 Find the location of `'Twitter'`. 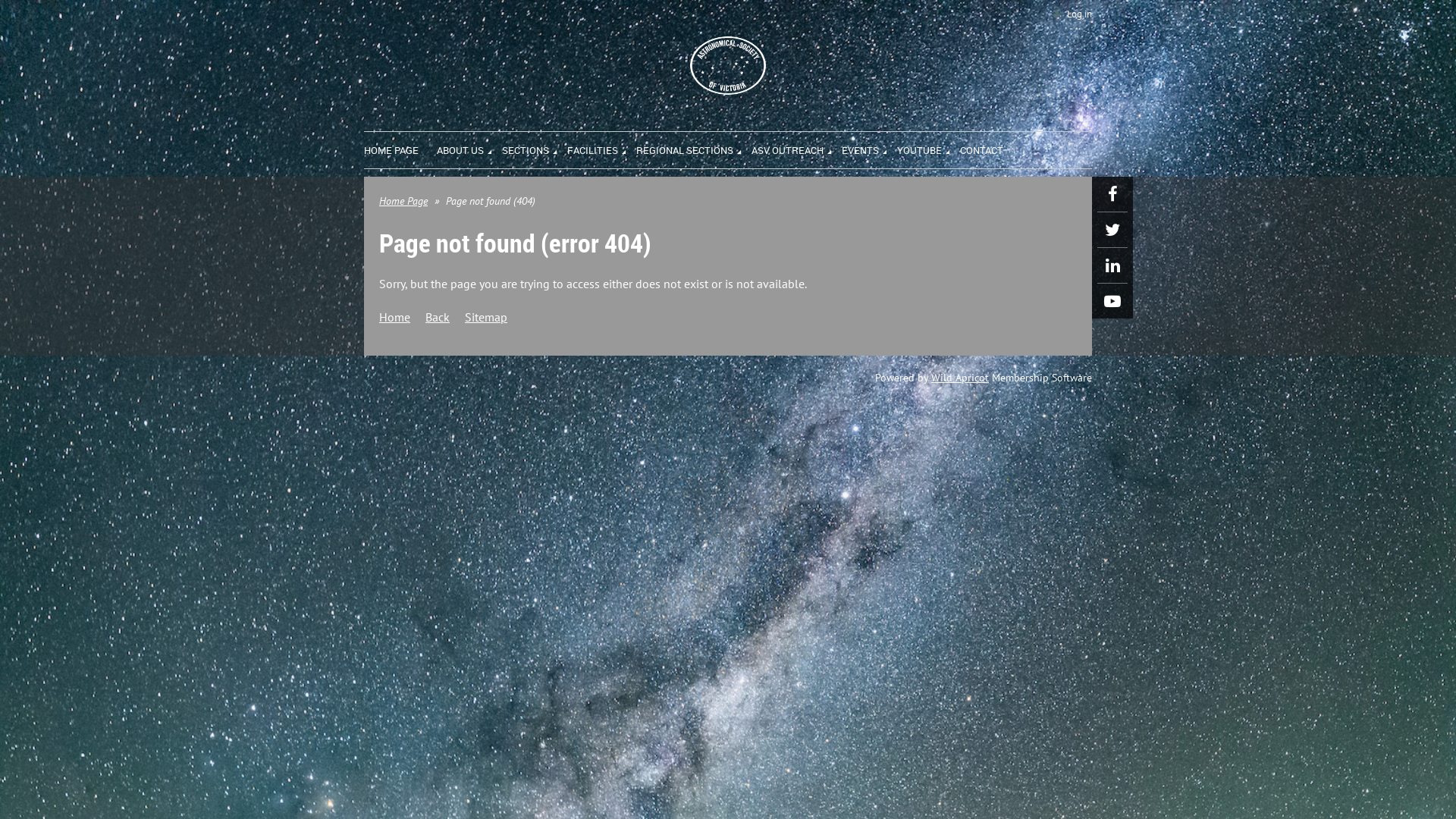

'Twitter' is located at coordinates (1112, 230).